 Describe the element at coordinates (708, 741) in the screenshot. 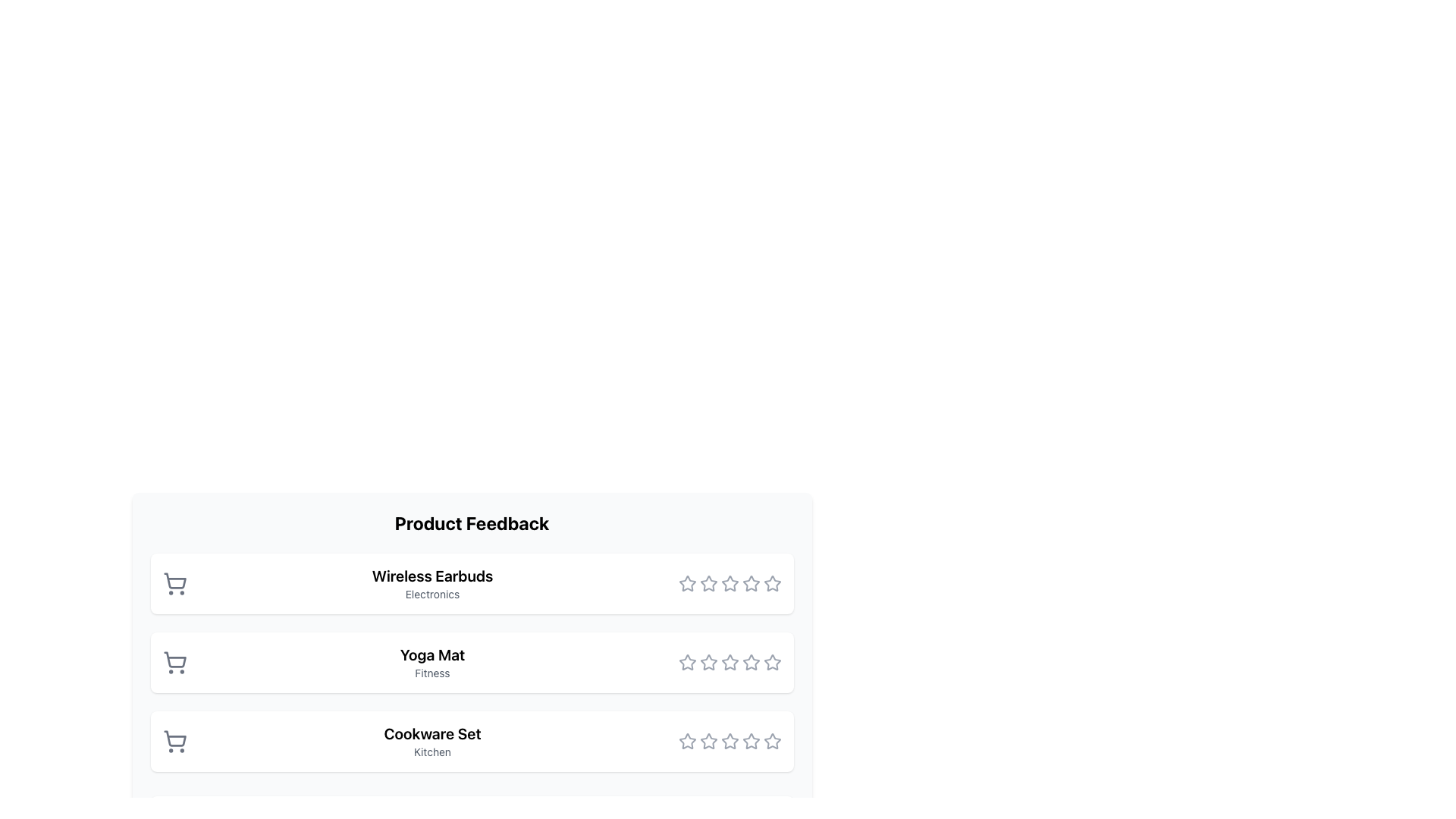

I see `the third star in the star rating widget for the 'Cookware Set' in the 'Product Feedback' section` at that location.